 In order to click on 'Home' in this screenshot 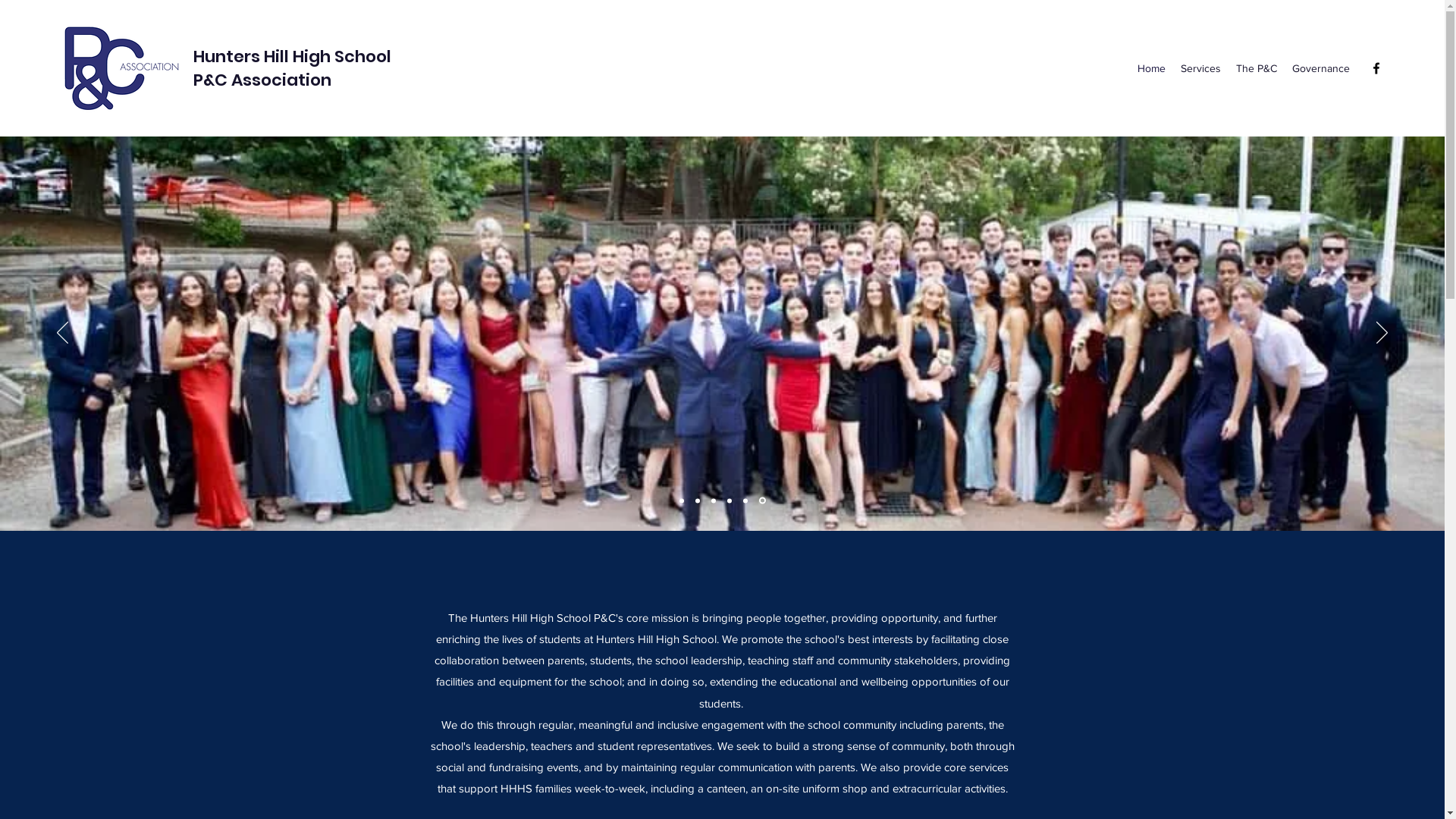, I will do `click(1151, 67)`.